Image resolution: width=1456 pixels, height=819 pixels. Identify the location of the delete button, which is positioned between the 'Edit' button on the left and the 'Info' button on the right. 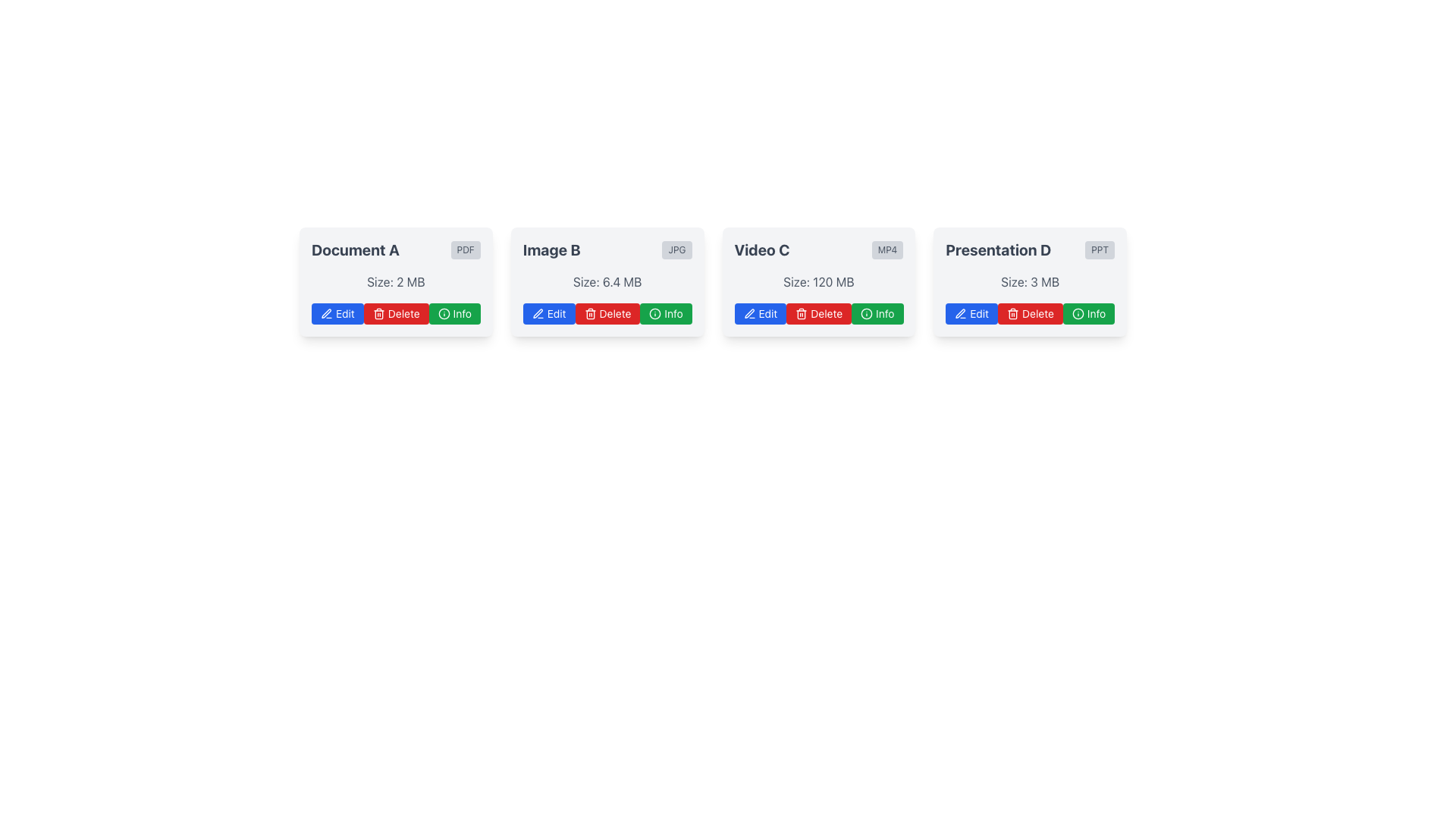
(1030, 312).